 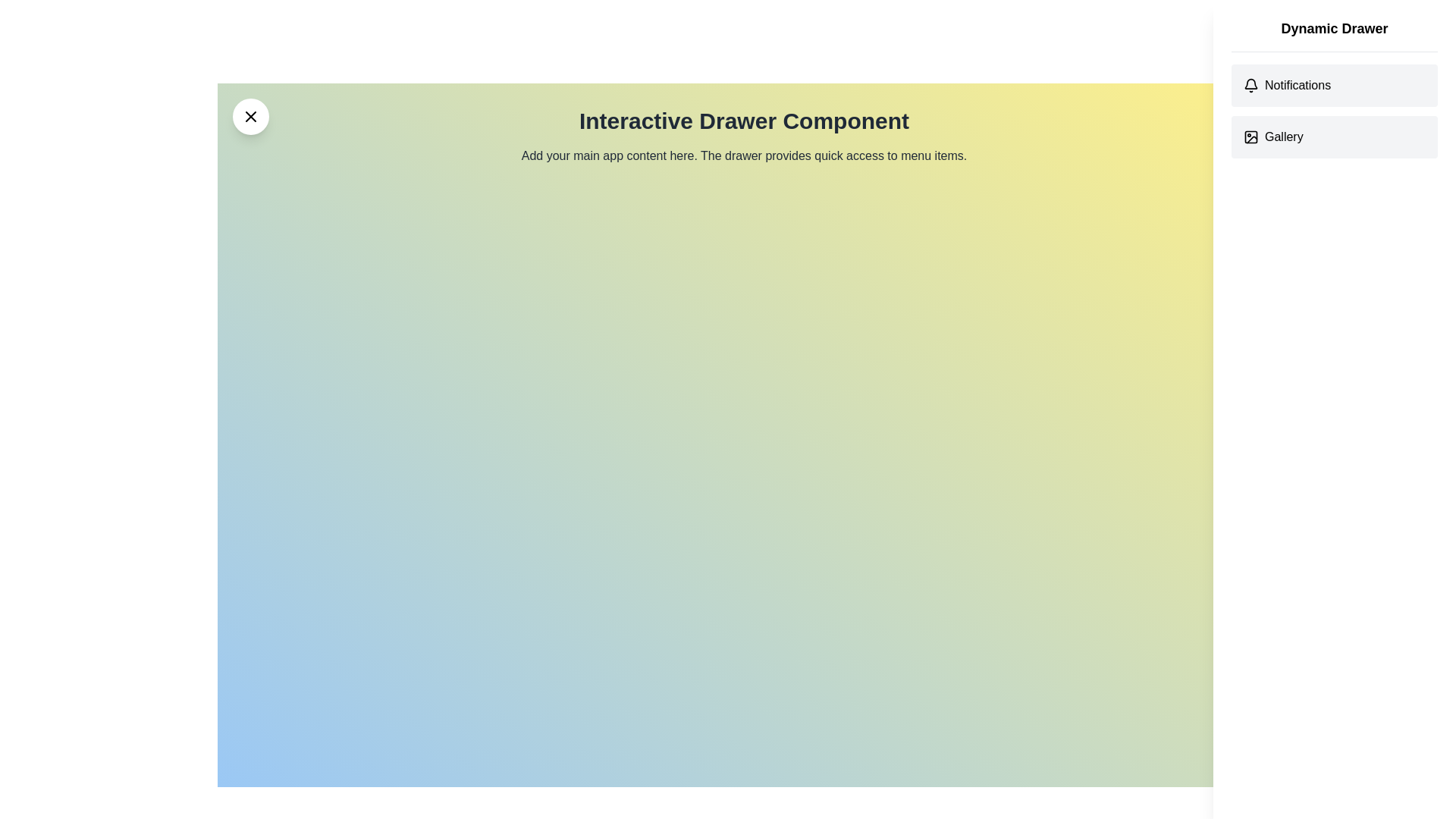 What do you see at coordinates (1251, 137) in the screenshot?
I see `the icon resembling an image or photograph, which is located within the 'Gallery' button in the right-hand vertical menu, positioned to the left of the label text` at bounding box center [1251, 137].